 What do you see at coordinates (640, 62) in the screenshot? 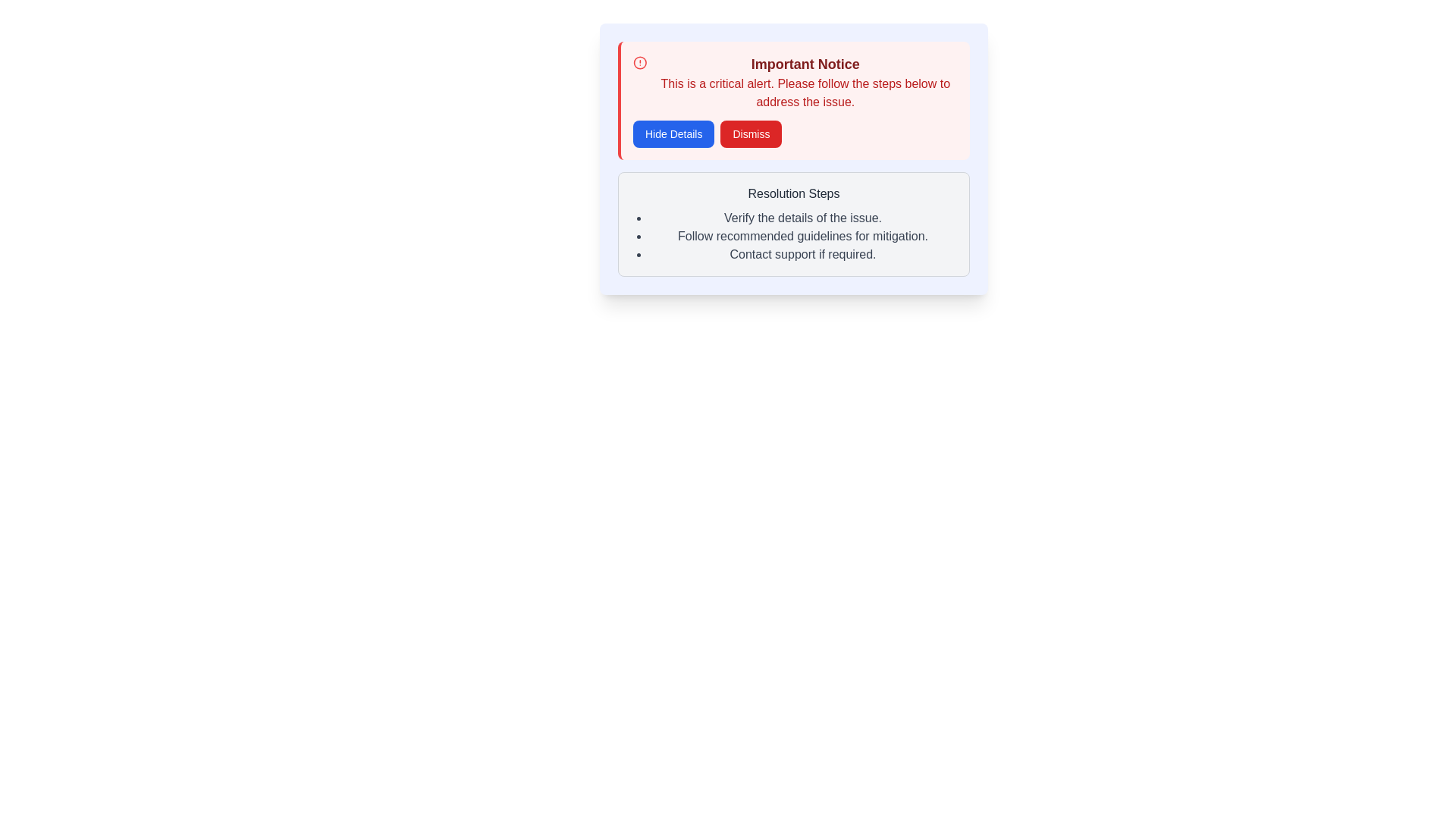
I see `the critical alert icon located at the top left corner of the 'Important Notice' section, preceding the alert message text` at bounding box center [640, 62].